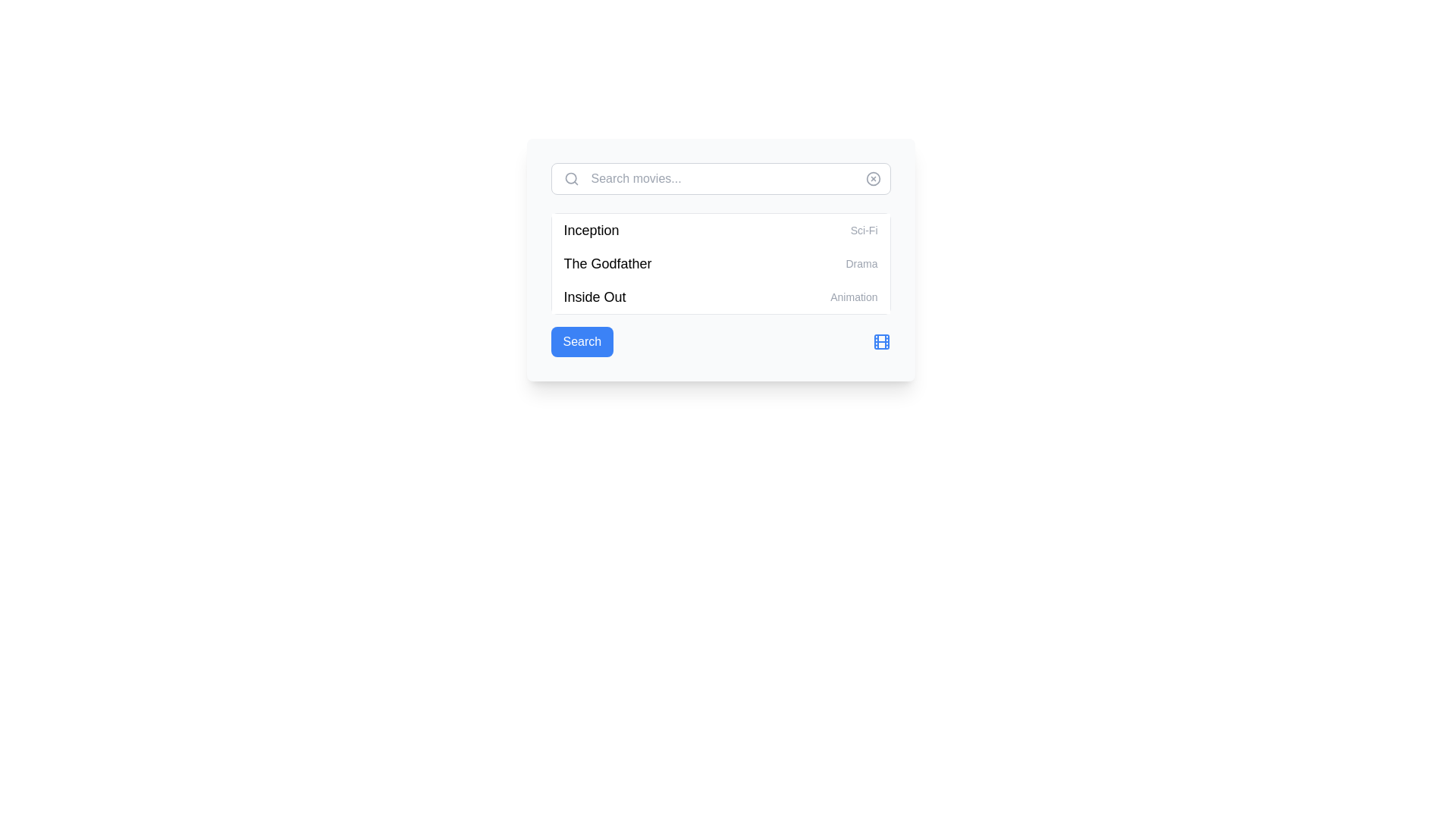 The height and width of the screenshot is (819, 1456). Describe the element at coordinates (570, 177) in the screenshot. I see `the small gray magnifying glass icon located at the far left of the search bar UI element by clicking on it` at that location.